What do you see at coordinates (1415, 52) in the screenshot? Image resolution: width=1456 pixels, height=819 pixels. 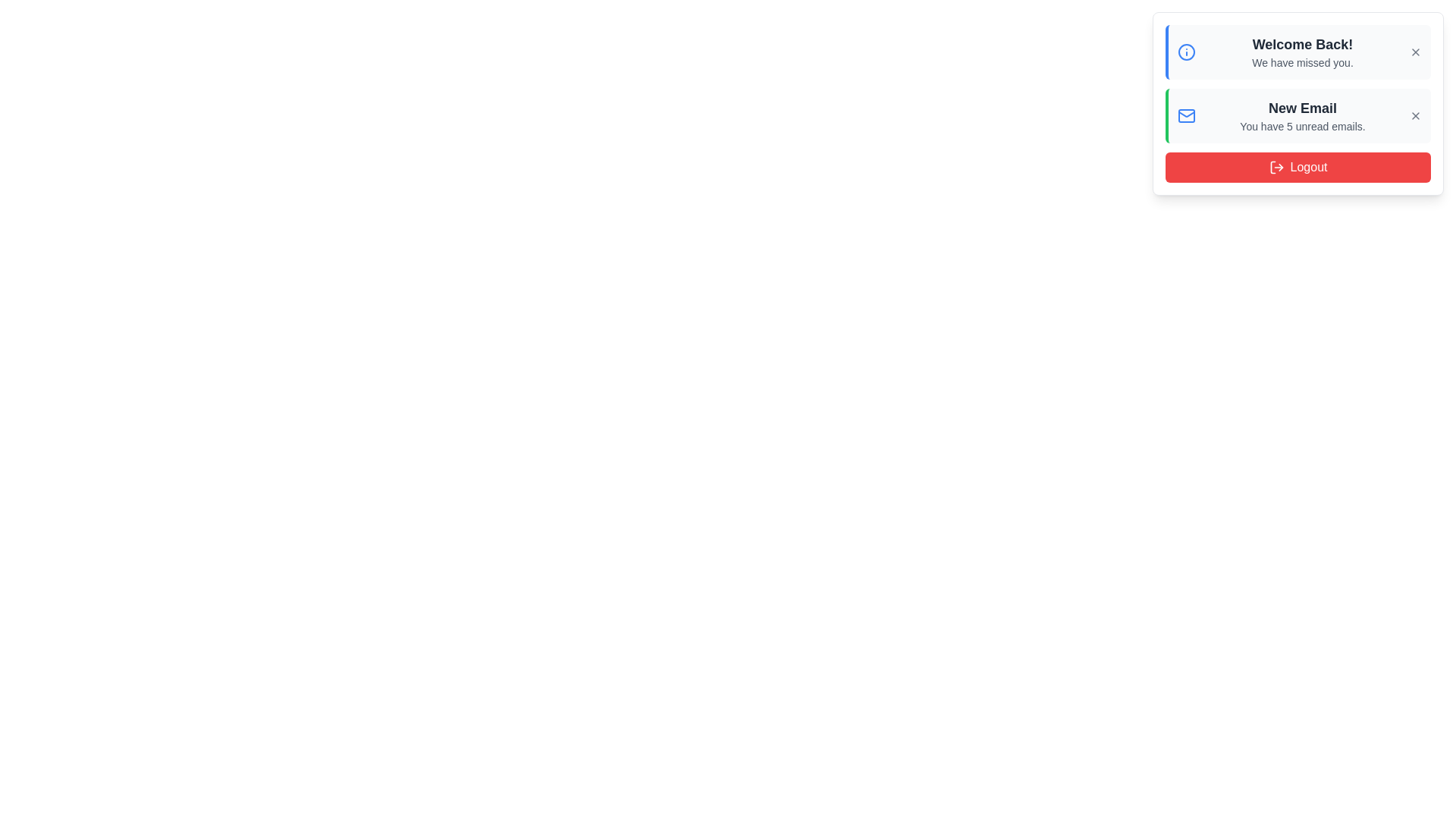 I see `the small interactive close button represented by an 'X' icon in the top-right corner of the 'Welcome Back!' notification card` at bounding box center [1415, 52].